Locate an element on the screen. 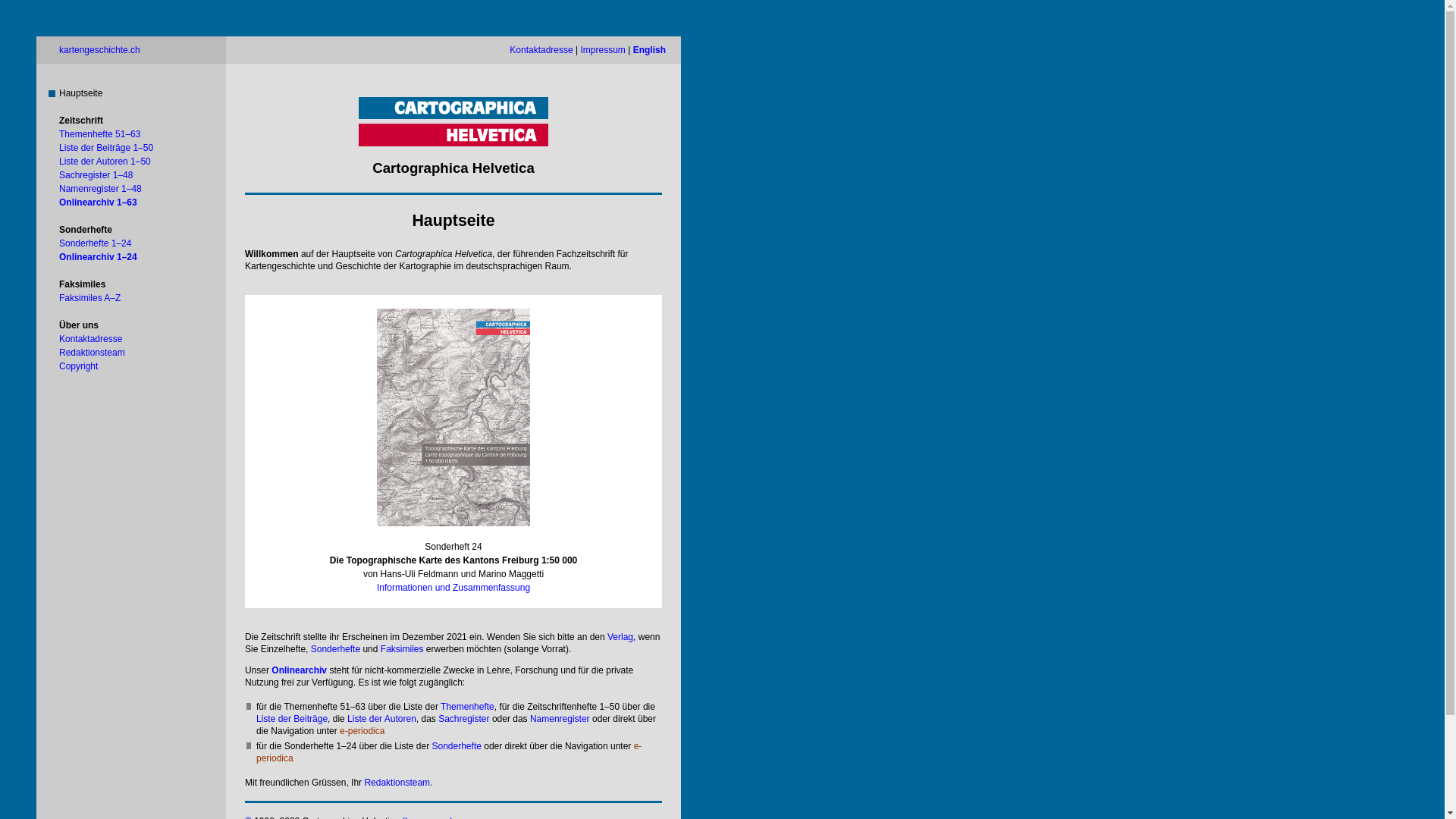  'e-periodica' is located at coordinates (447, 752).